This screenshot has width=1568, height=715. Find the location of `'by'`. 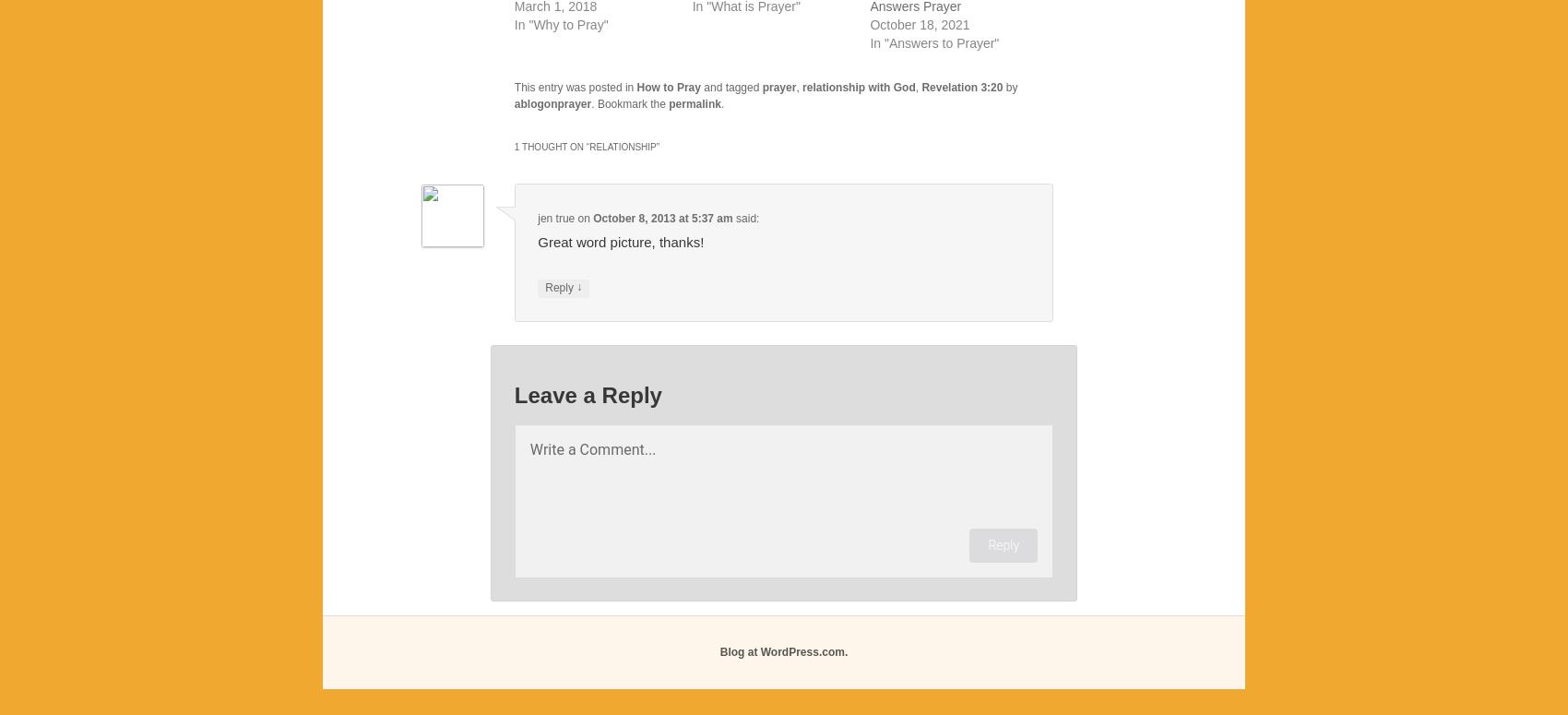

'by' is located at coordinates (1009, 88).